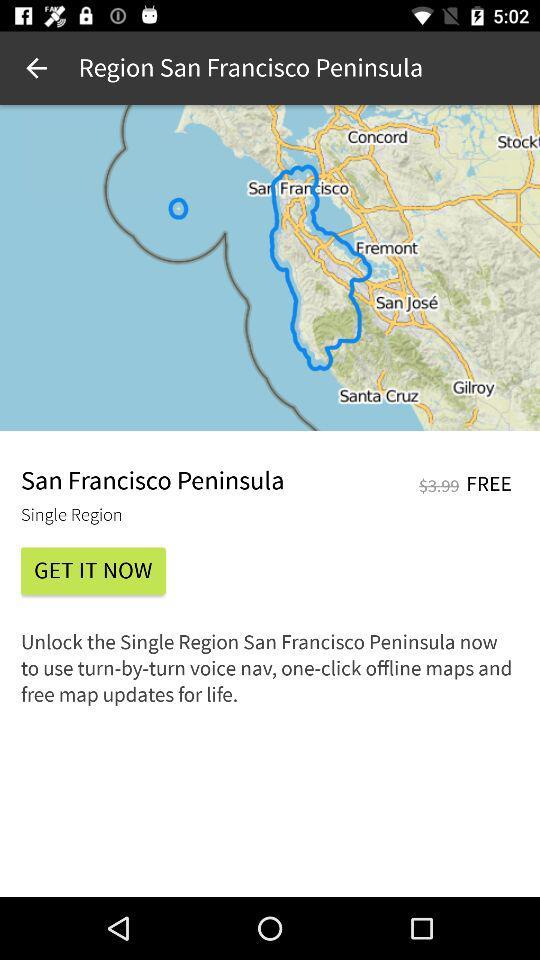  What do you see at coordinates (92, 571) in the screenshot?
I see `the item below single region item` at bounding box center [92, 571].